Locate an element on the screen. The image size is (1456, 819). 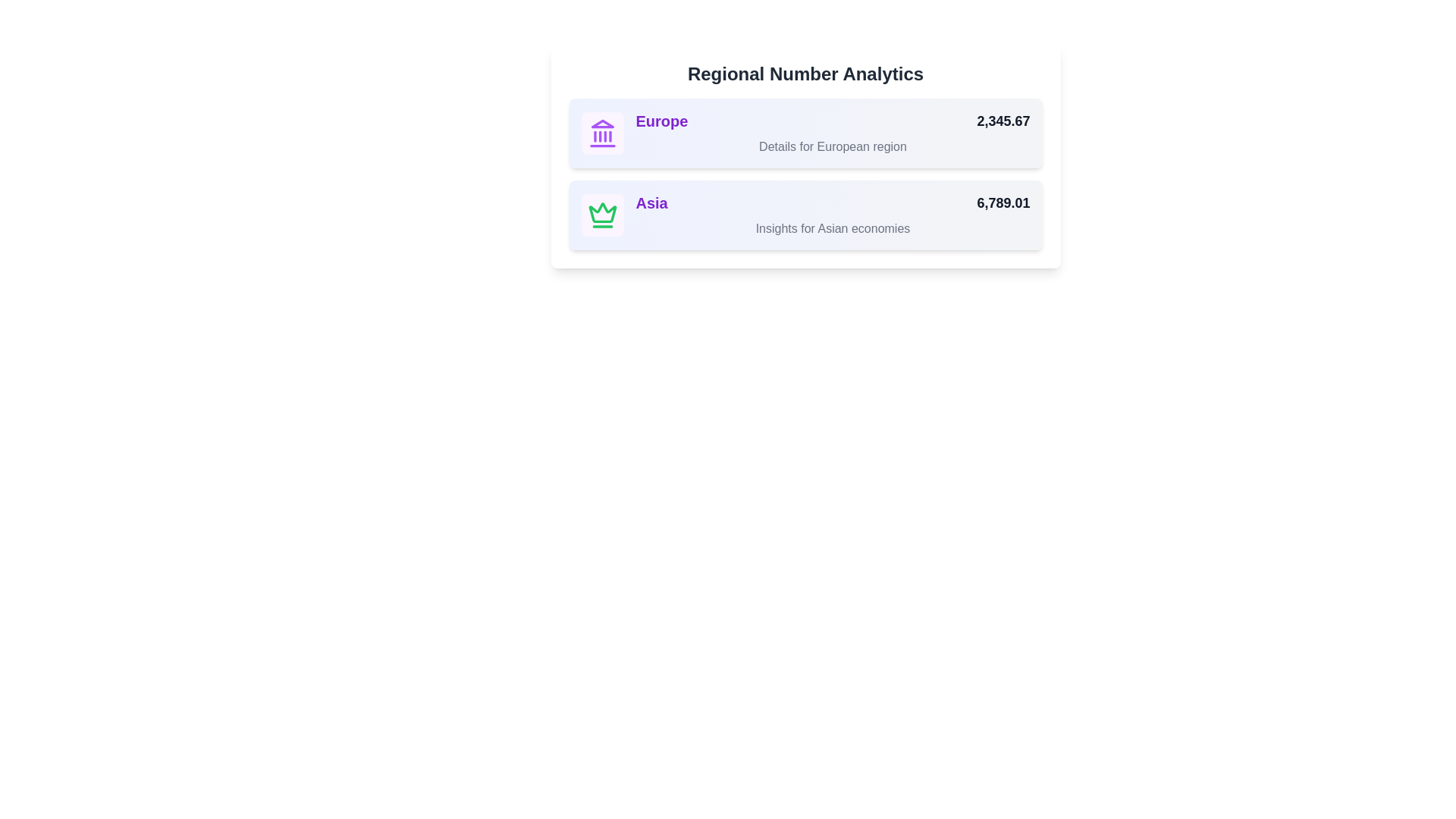
text label identifying the region 'Europe' located in the first card of a vertical list, positioned between an icon and a numeric value ('2,345.67') is located at coordinates (662, 120).